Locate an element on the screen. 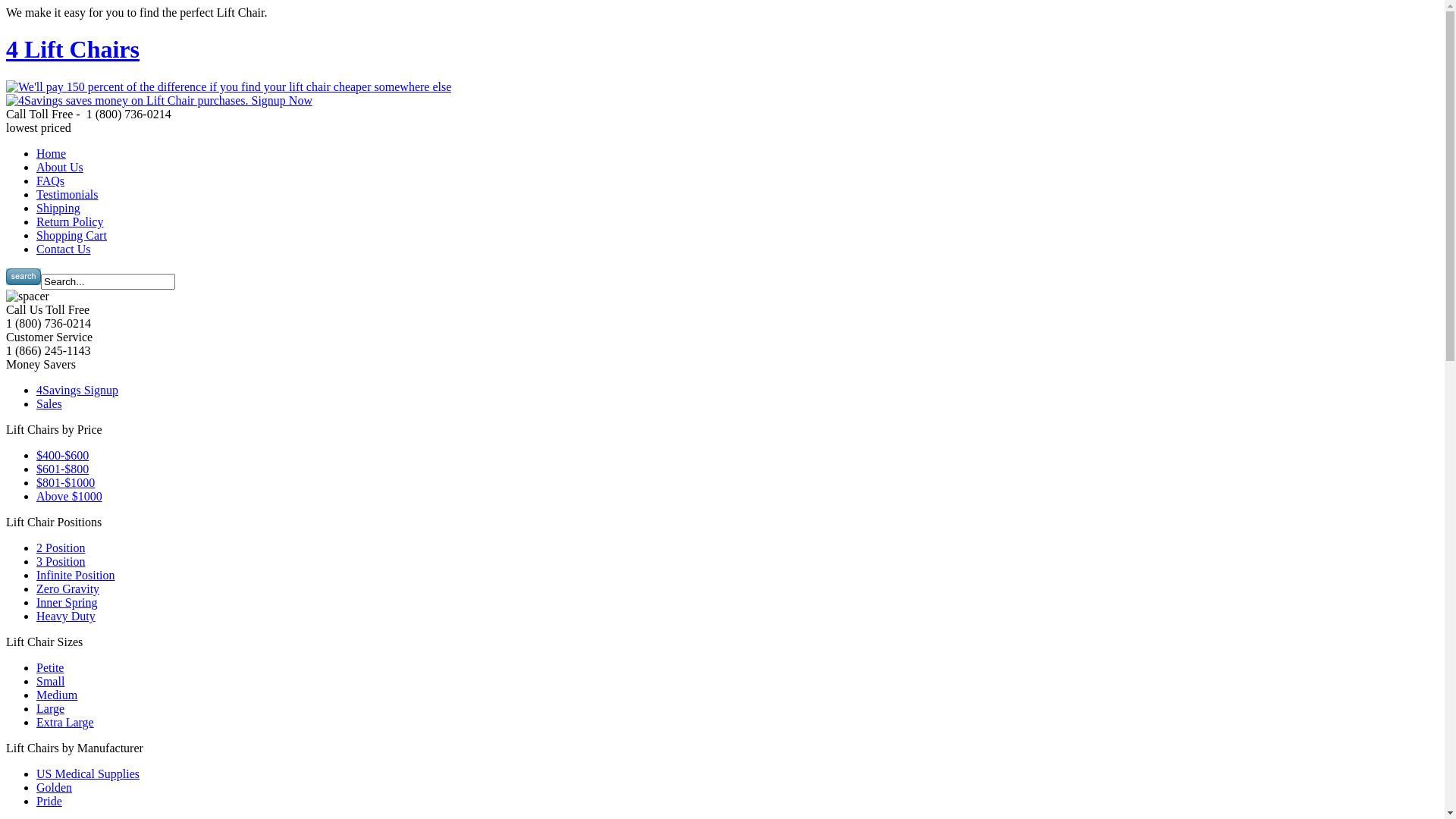 This screenshot has width=1456, height=819. '$400-$600' is located at coordinates (61, 454).